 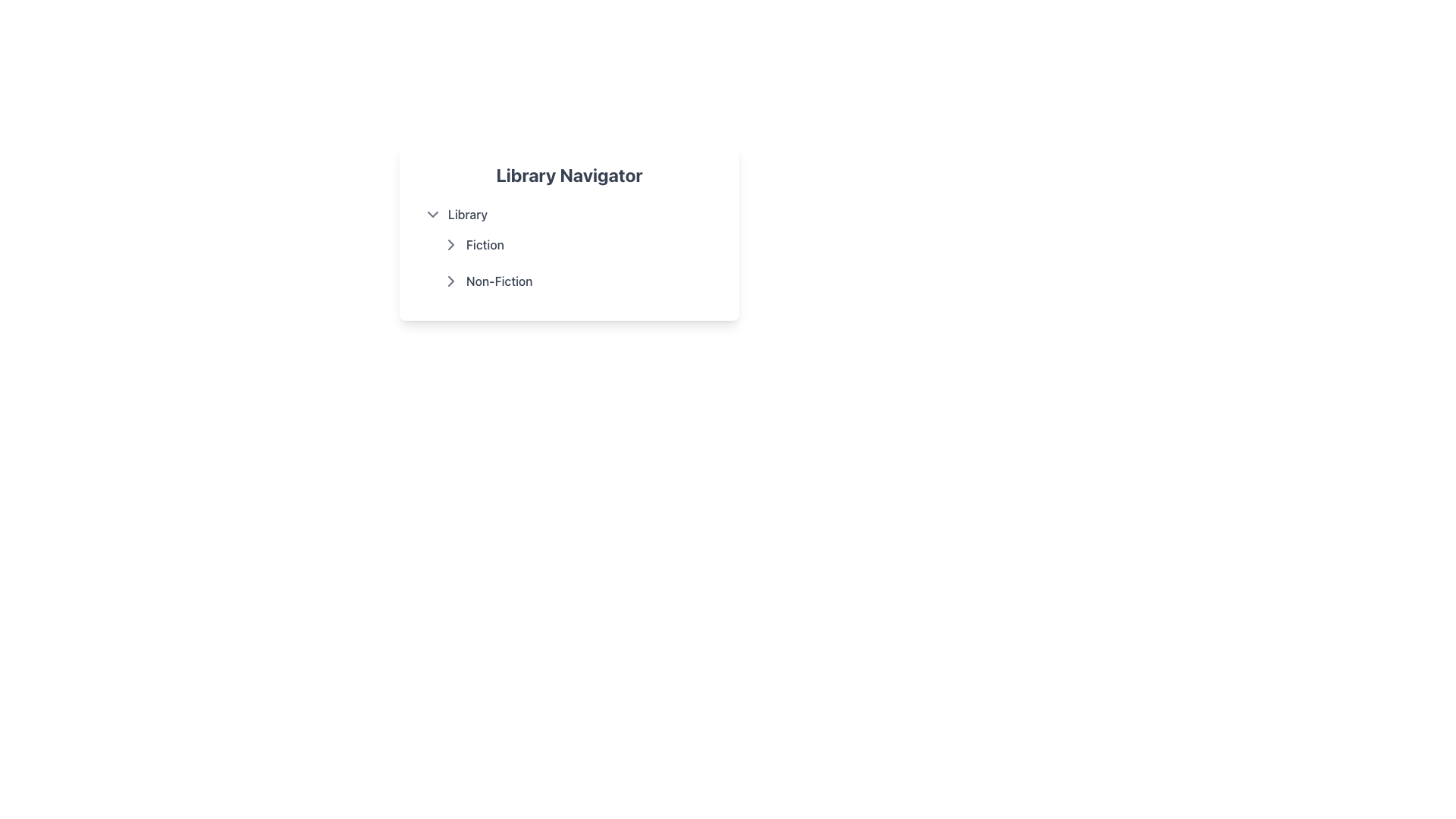 I want to click on the chevron down icon that indicates an expandable menu for the 'Library' category in the navigation system, so click(x=432, y=214).